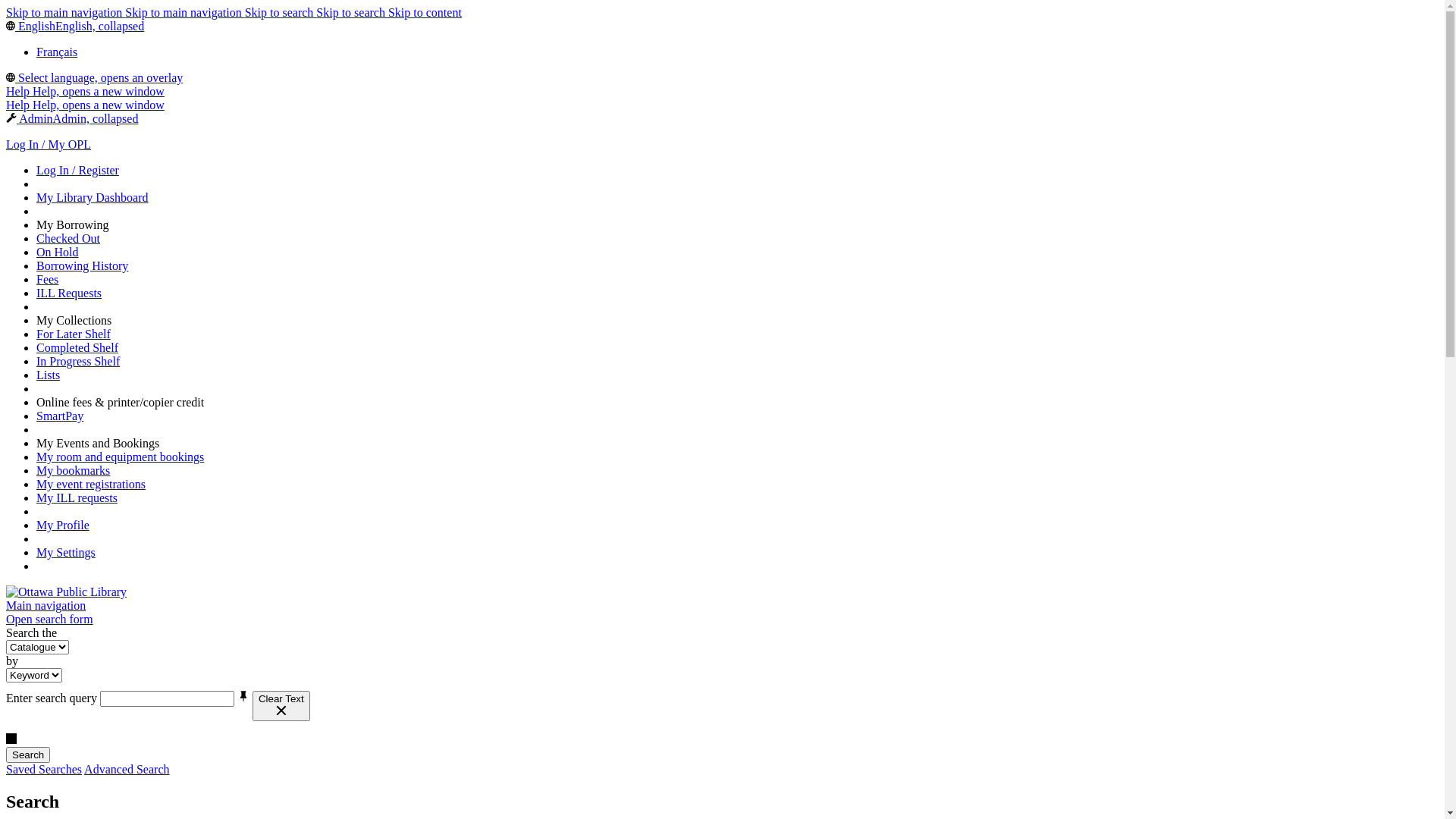 The width and height of the screenshot is (1456, 819). What do you see at coordinates (90, 484) in the screenshot?
I see `'My event registrations'` at bounding box center [90, 484].